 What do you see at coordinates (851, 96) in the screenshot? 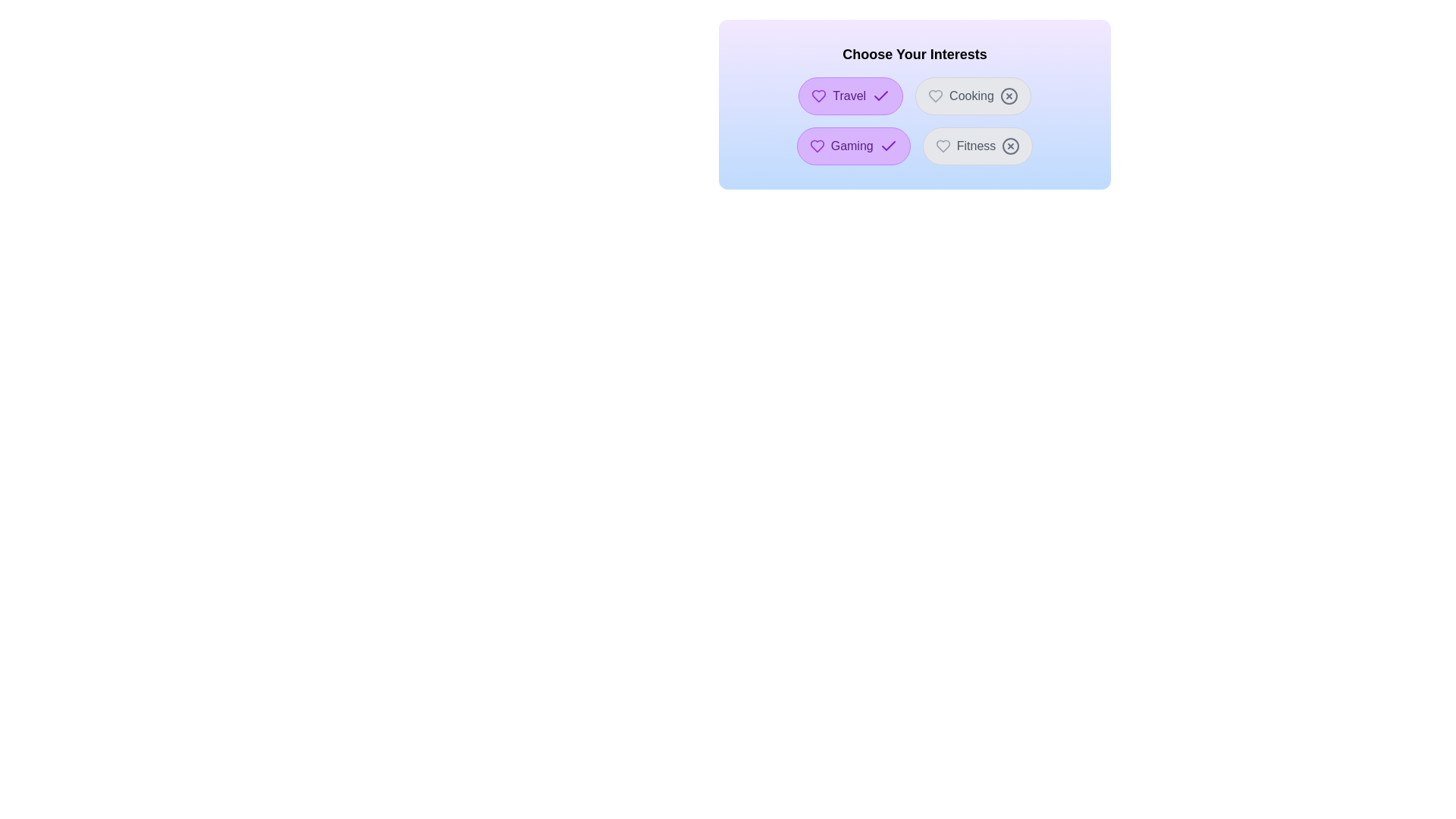
I see `the interest Travel by clicking its button` at bounding box center [851, 96].